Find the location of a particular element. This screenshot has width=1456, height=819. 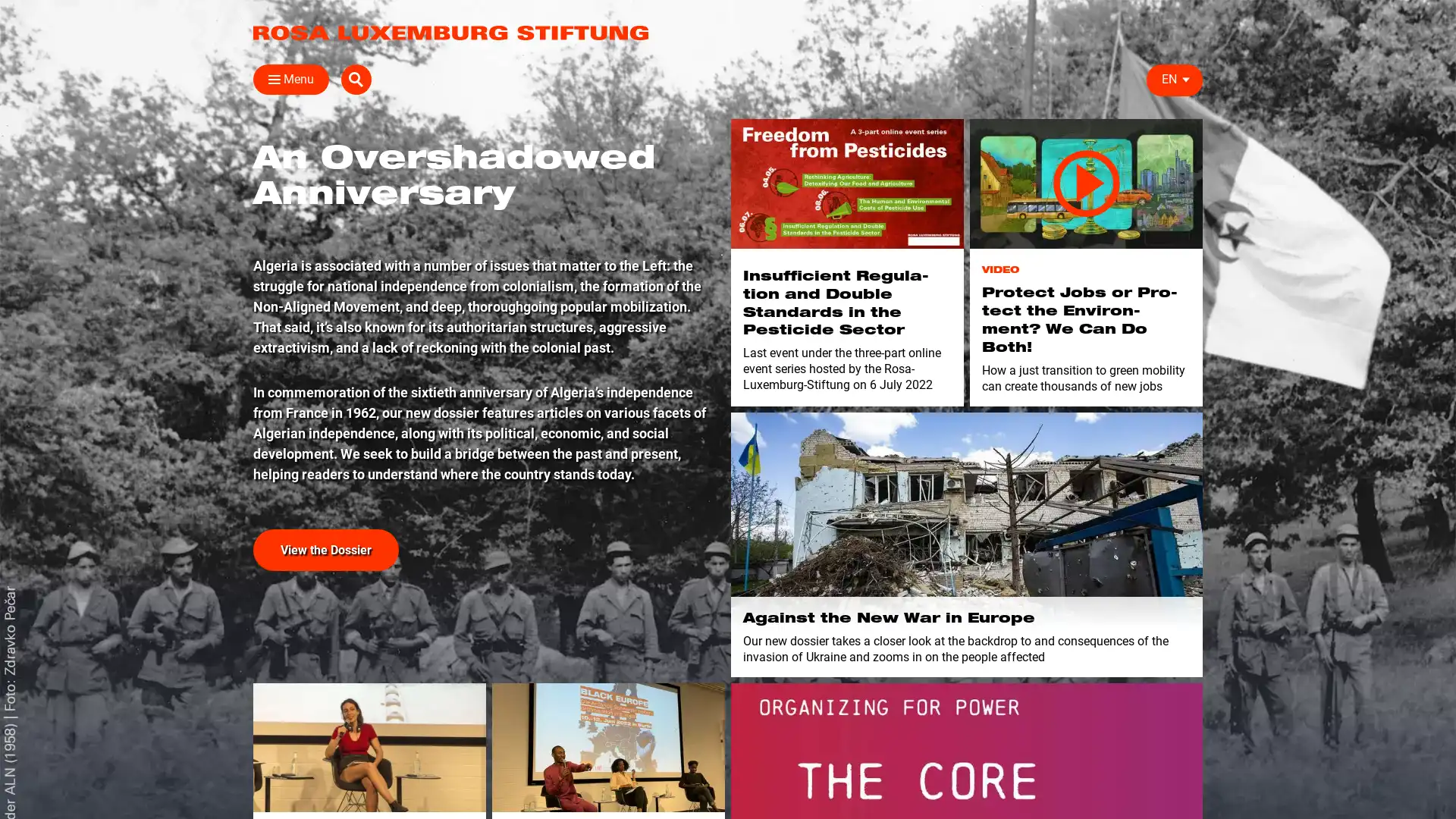

Show more / less is located at coordinates (483, 299).